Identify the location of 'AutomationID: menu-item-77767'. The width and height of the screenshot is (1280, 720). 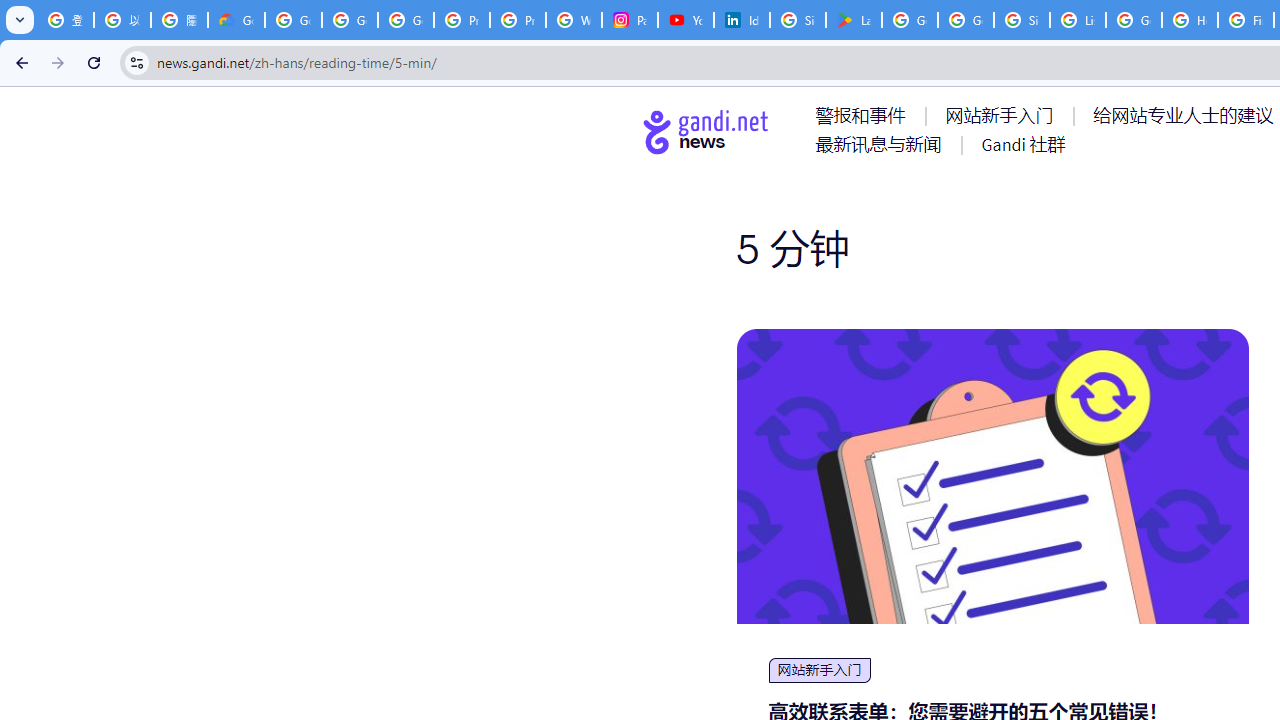
(1023, 143).